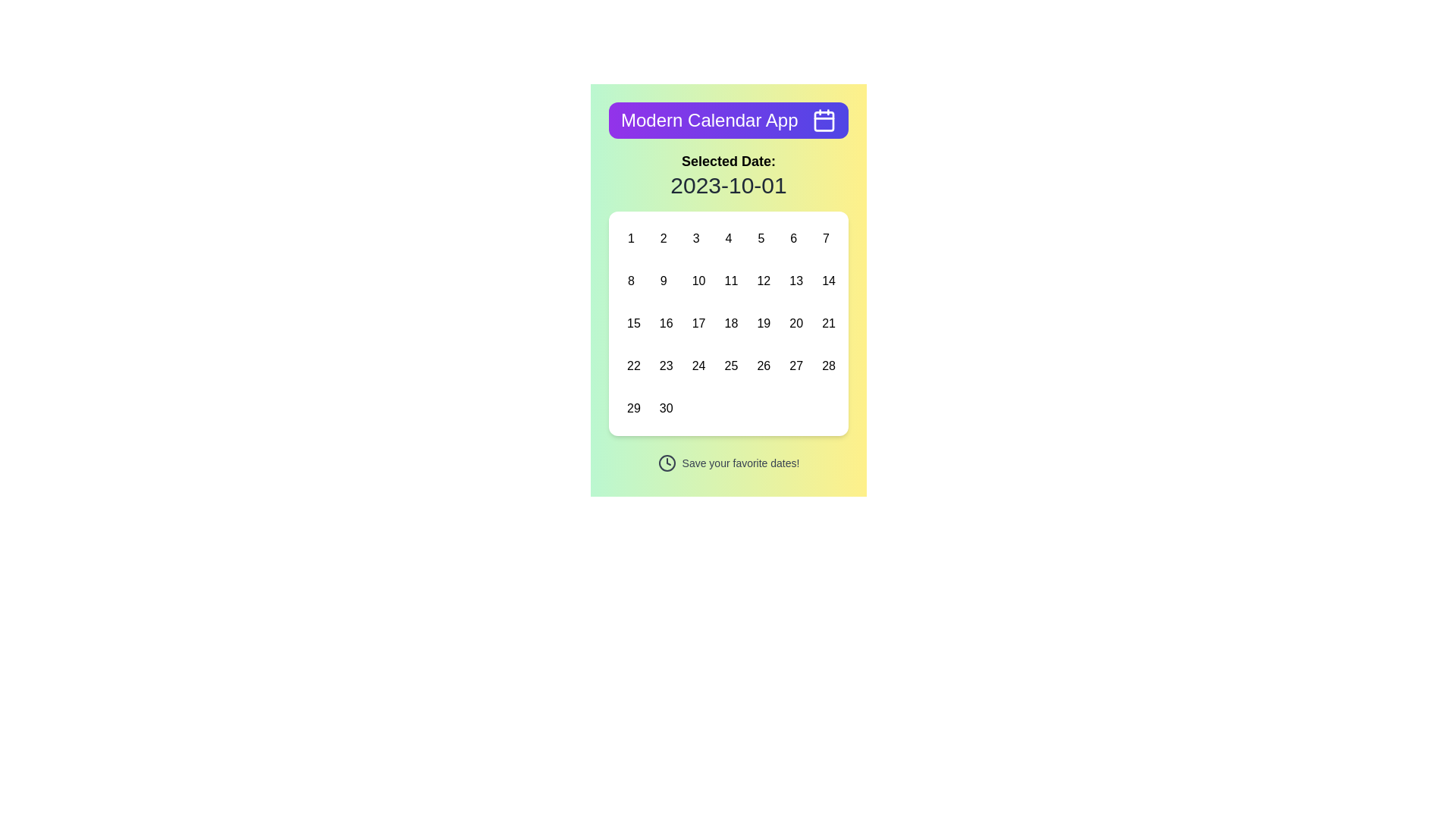  Describe the element at coordinates (728, 239) in the screenshot. I see `the square button labeled '4' in the calendar grid` at that location.